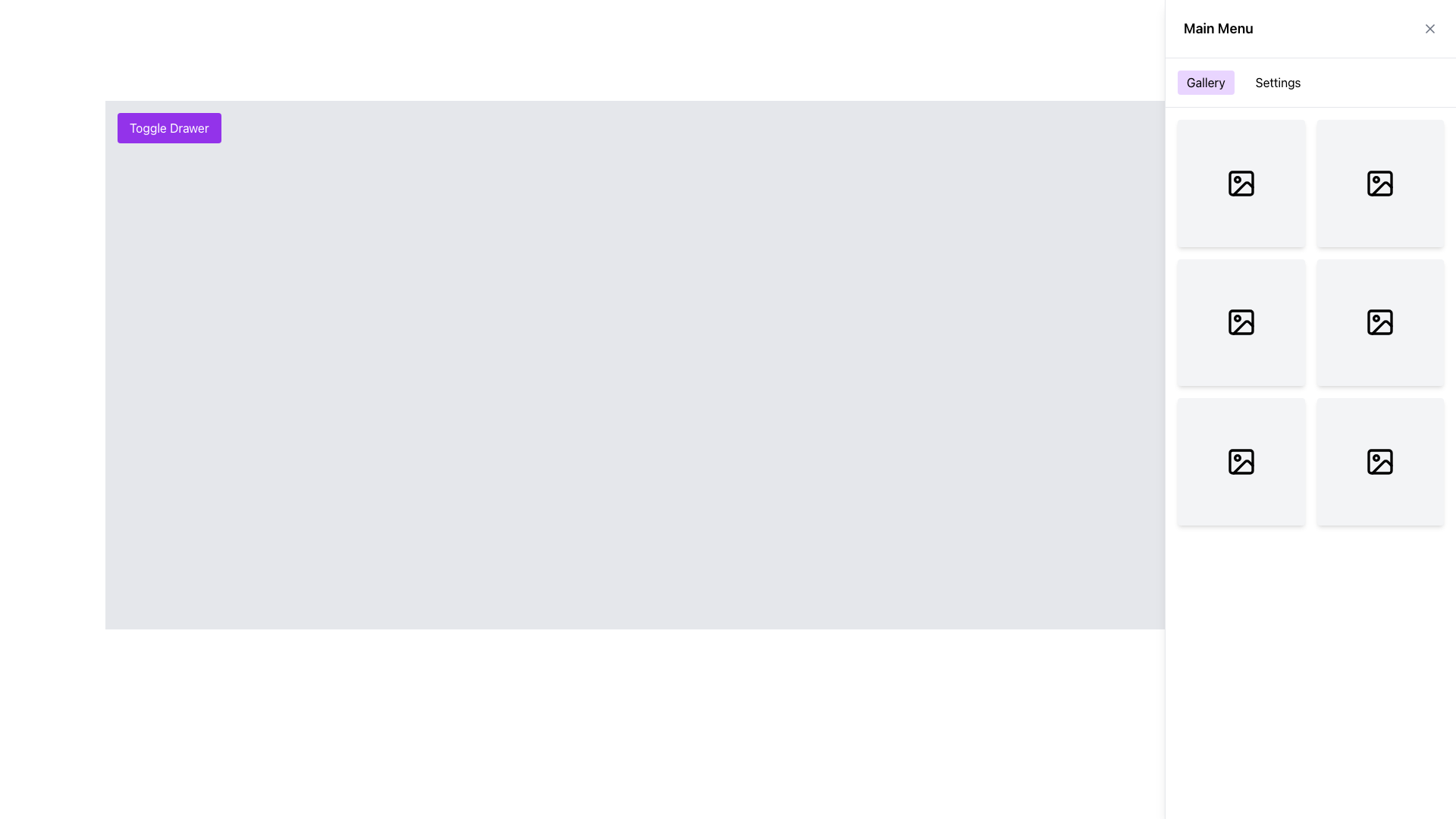 This screenshot has width=1456, height=819. Describe the element at coordinates (1382, 466) in the screenshot. I see `the black slanted mountain glyph icon located in the bottom-right corner of a six-panel grid of image icons, specifically the third icon in the second row` at that location.